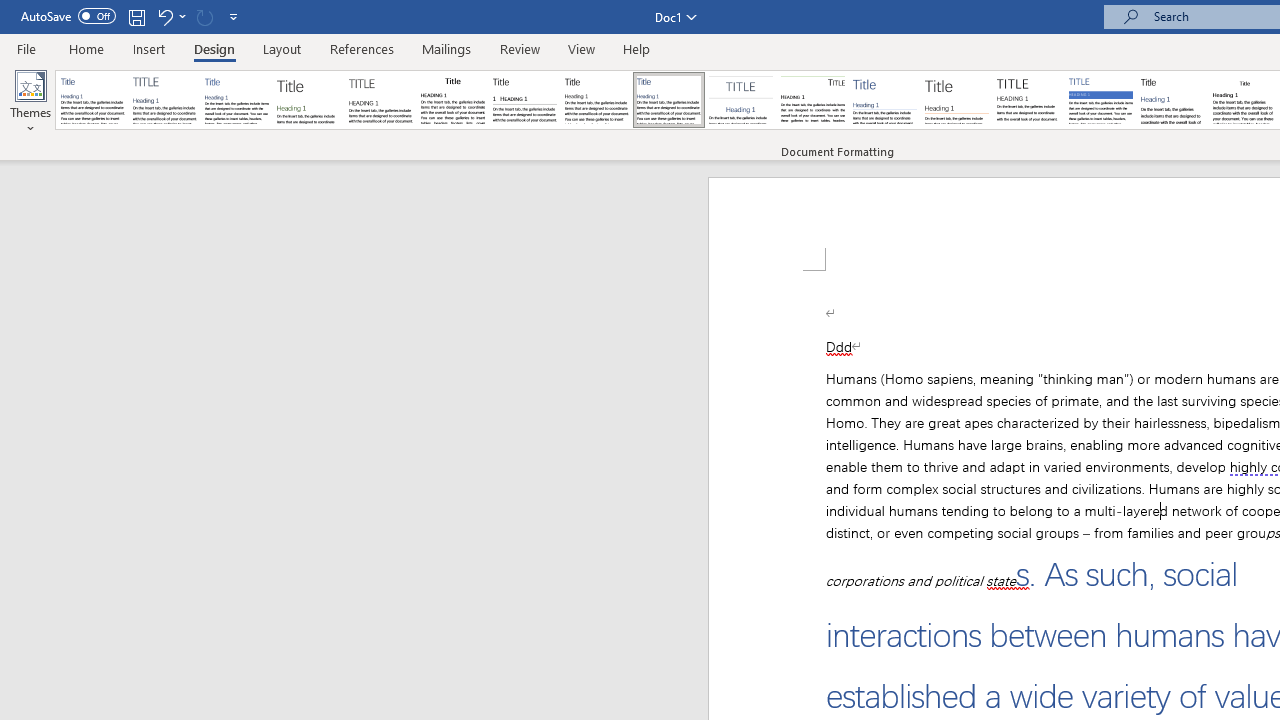 The width and height of the screenshot is (1280, 720). What do you see at coordinates (236, 100) in the screenshot?
I see `'Basic (Simple)'` at bounding box center [236, 100].